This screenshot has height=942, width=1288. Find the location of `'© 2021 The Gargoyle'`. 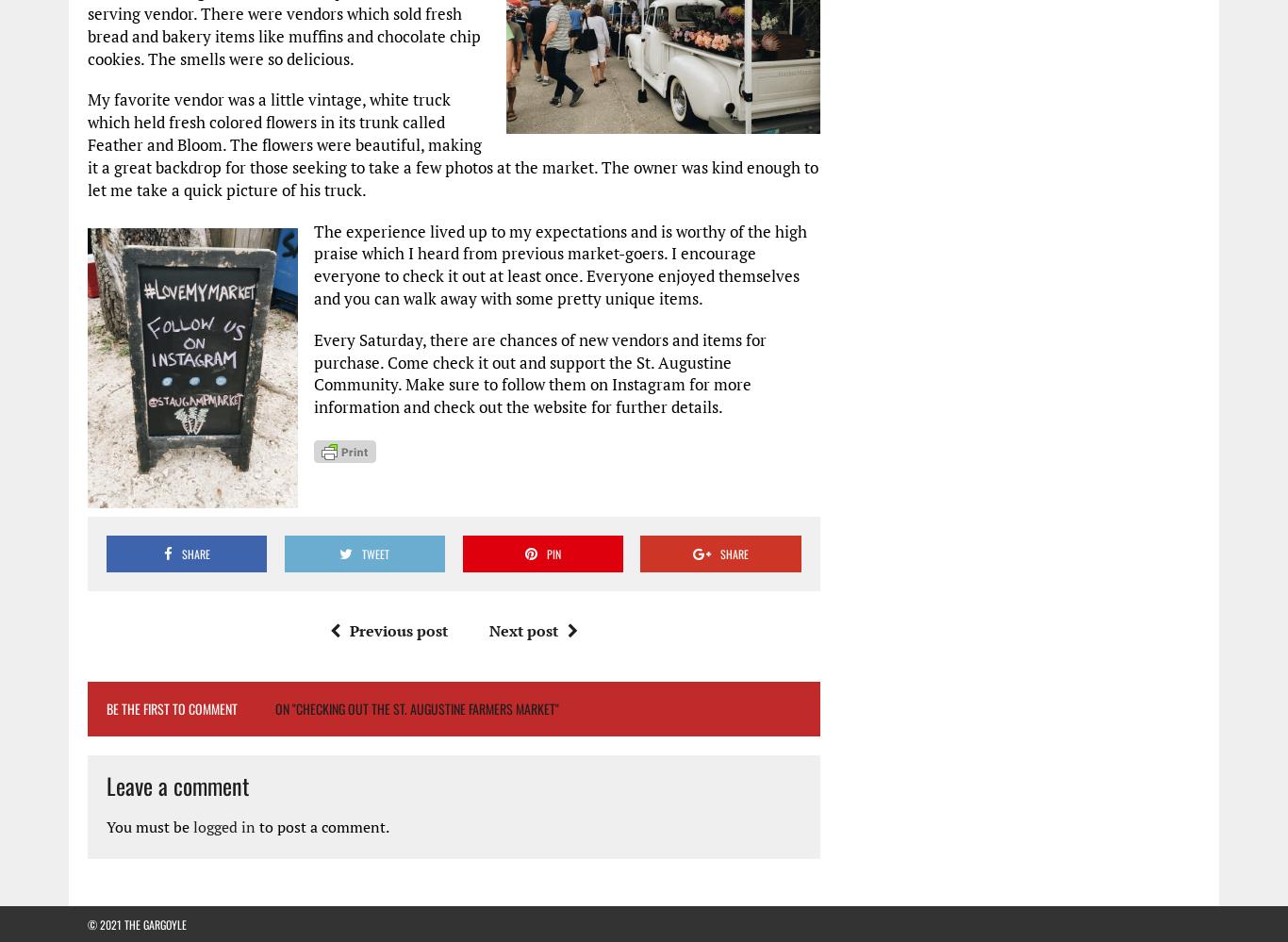

'© 2021 The Gargoyle' is located at coordinates (136, 922).